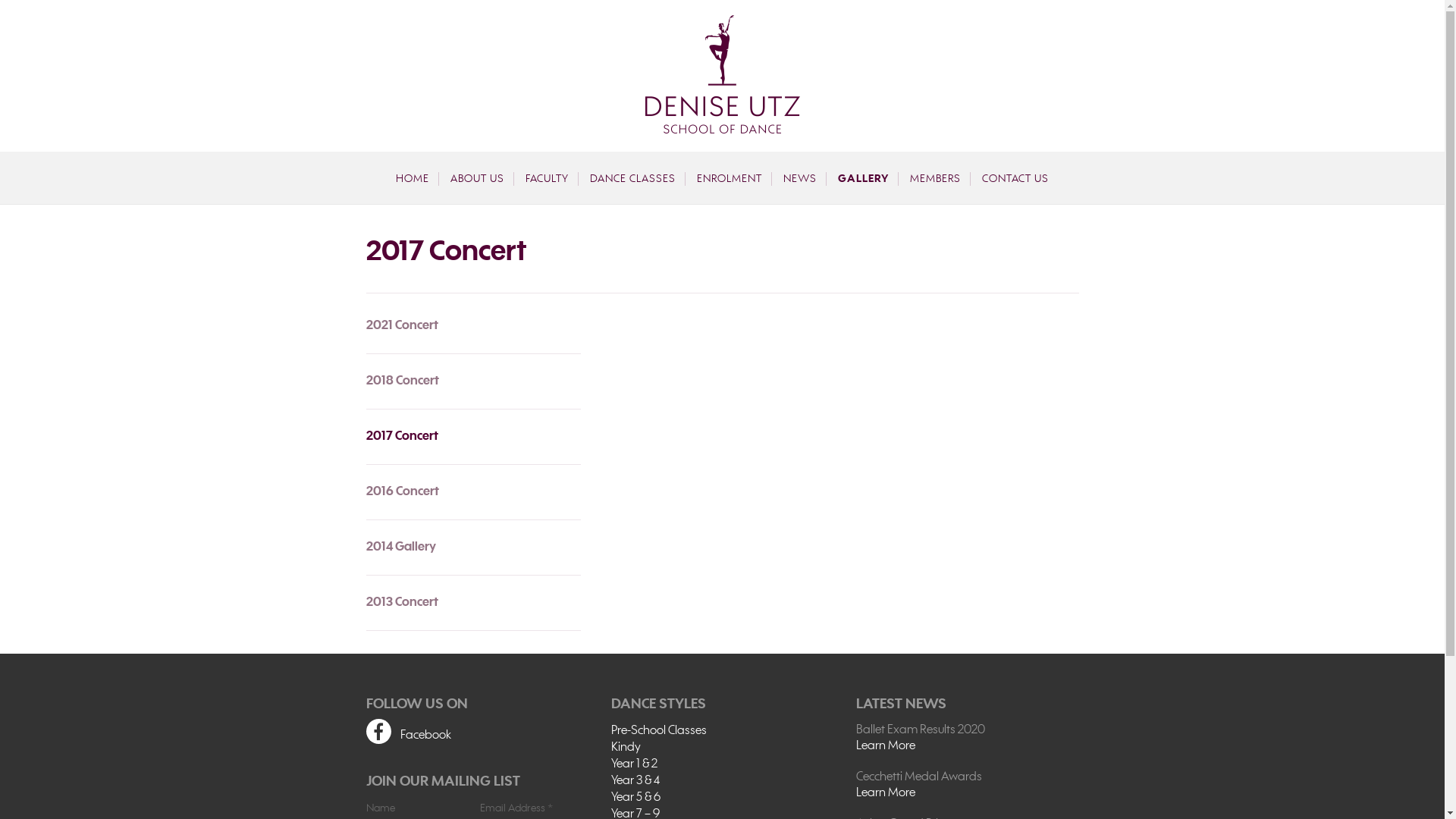 This screenshot has height=819, width=1456. I want to click on 'Year 3 & 4', so click(611, 780).